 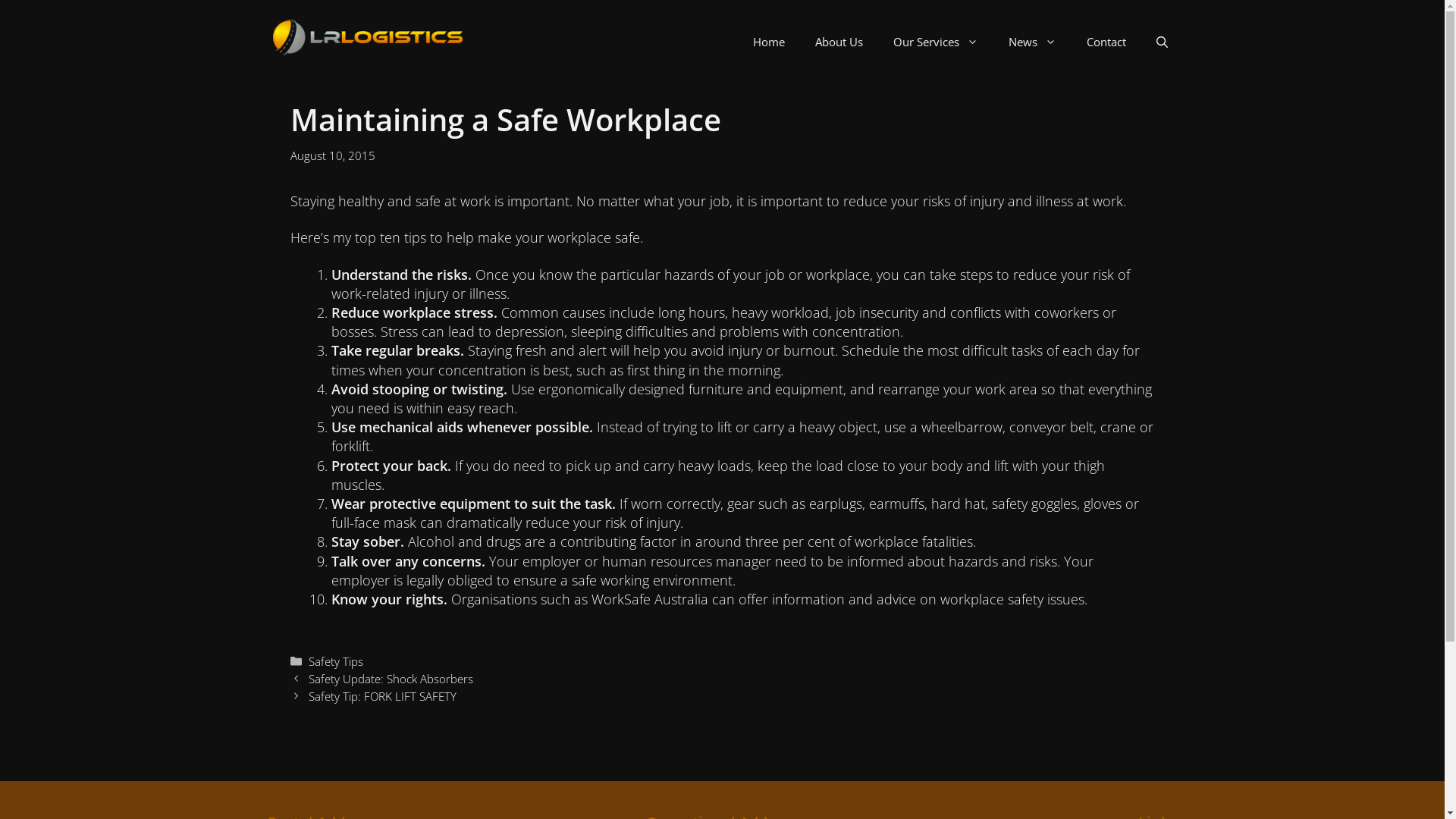 What do you see at coordinates (1031, 40) in the screenshot?
I see `'News'` at bounding box center [1031, 40].